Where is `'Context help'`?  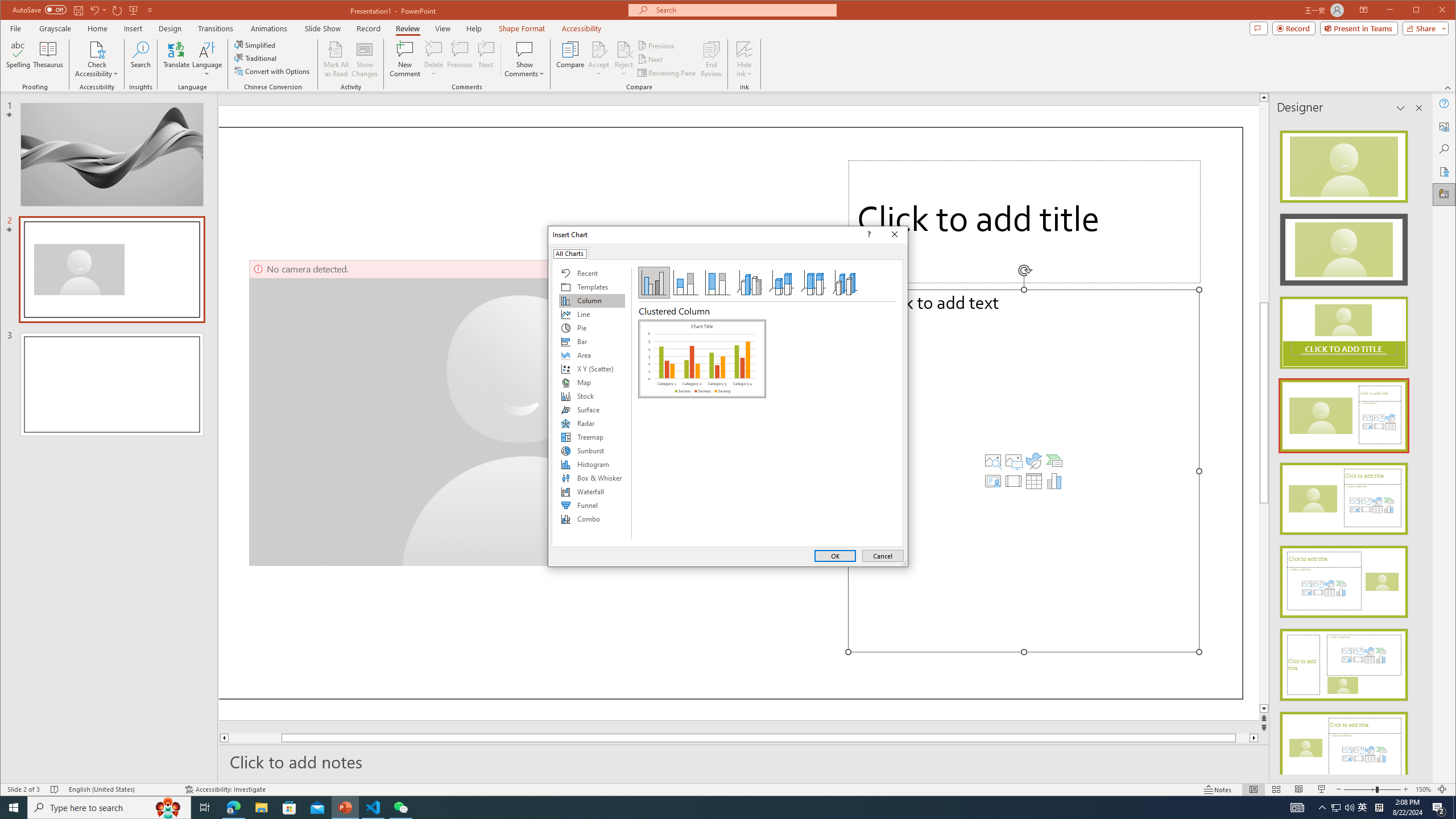
'Context help' is located at coordinates (867, 234).